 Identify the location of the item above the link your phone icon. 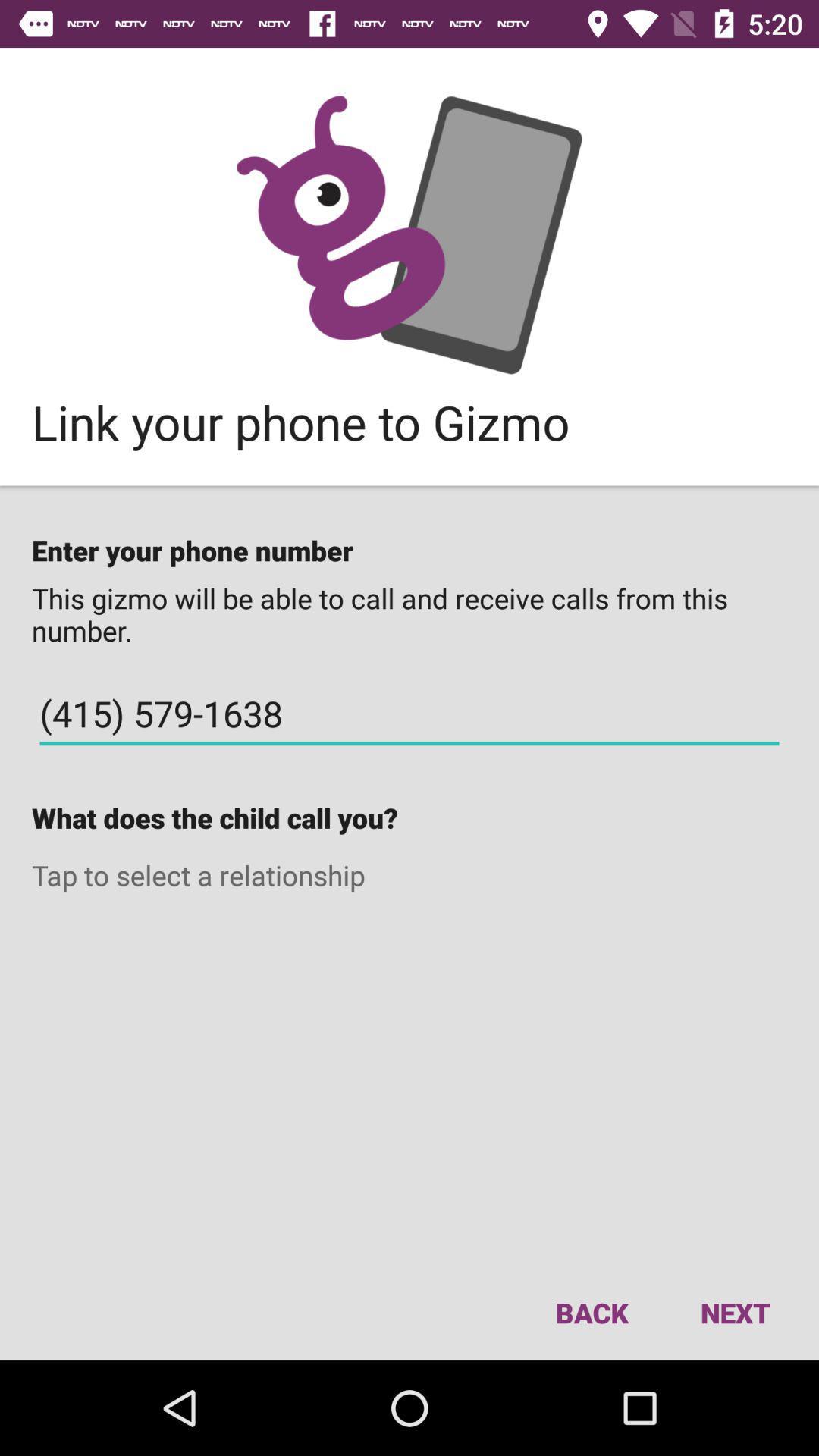
(409, 234).